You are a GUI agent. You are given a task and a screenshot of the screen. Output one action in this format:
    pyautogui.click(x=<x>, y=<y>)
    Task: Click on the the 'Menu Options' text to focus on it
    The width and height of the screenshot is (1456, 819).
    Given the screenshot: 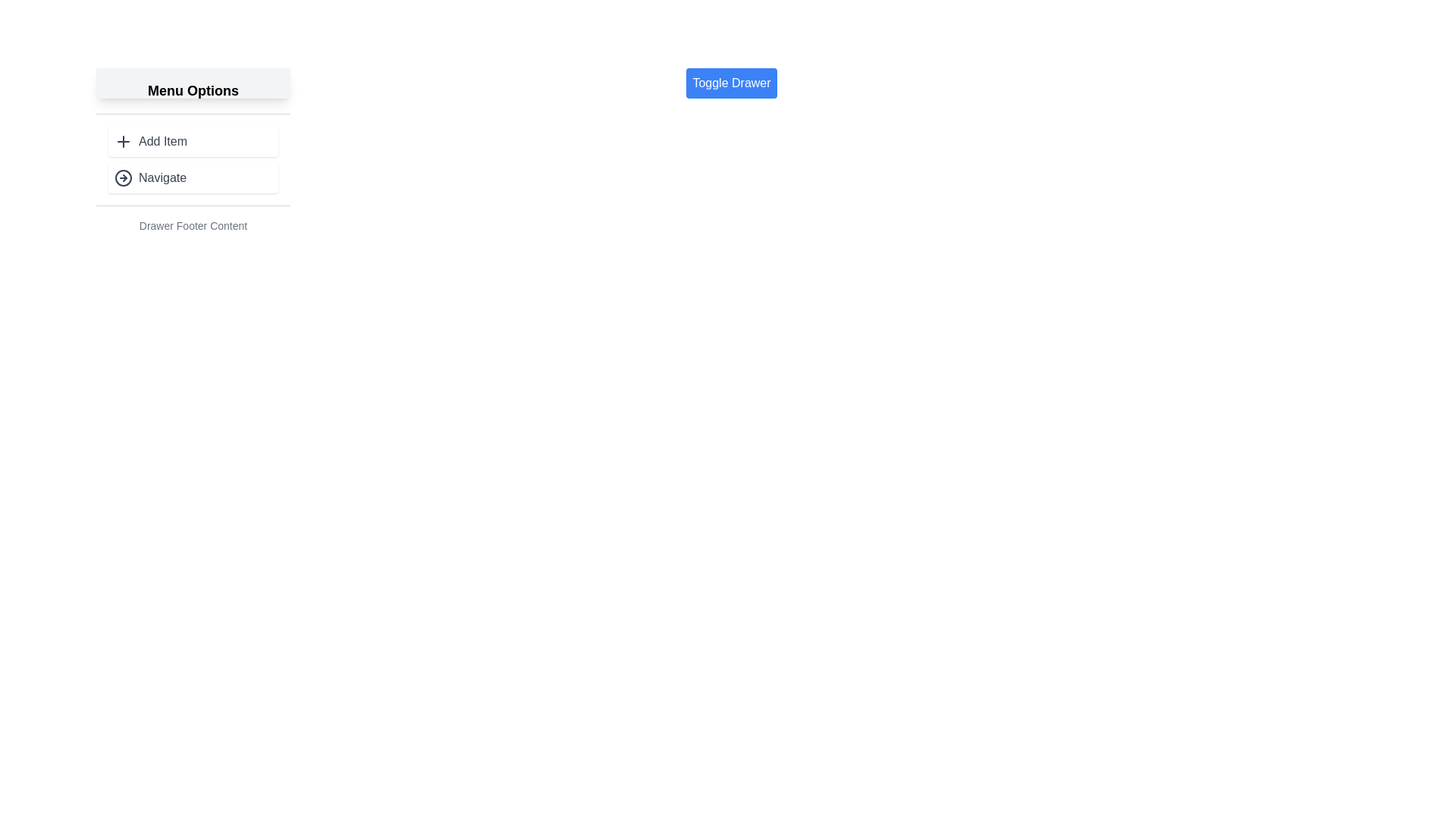 What is the action you would take?
    pyautogui.click(x=192, y=90)
    